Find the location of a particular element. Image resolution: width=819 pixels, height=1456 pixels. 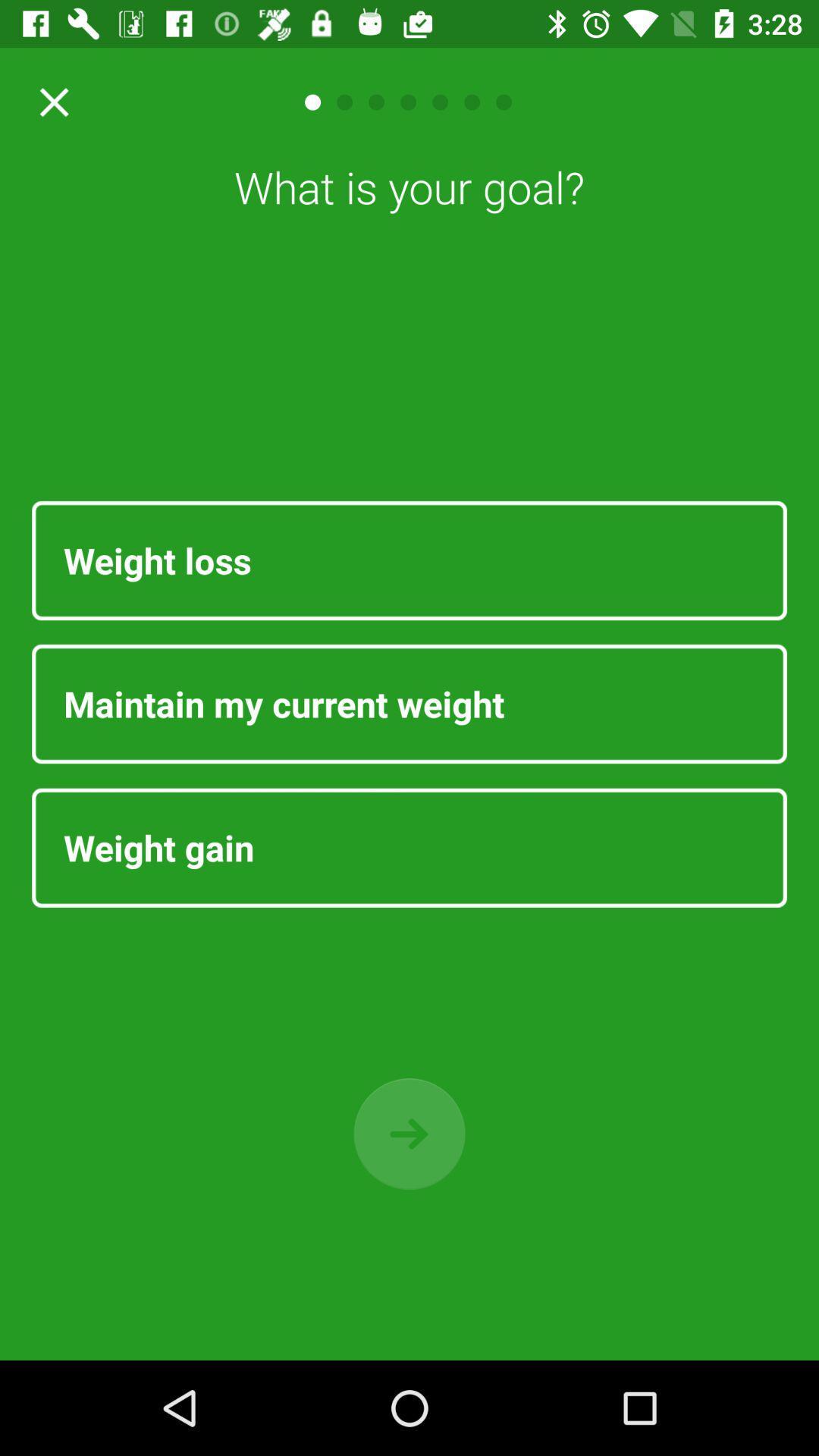

go next is located at coordinates (409, 1134).